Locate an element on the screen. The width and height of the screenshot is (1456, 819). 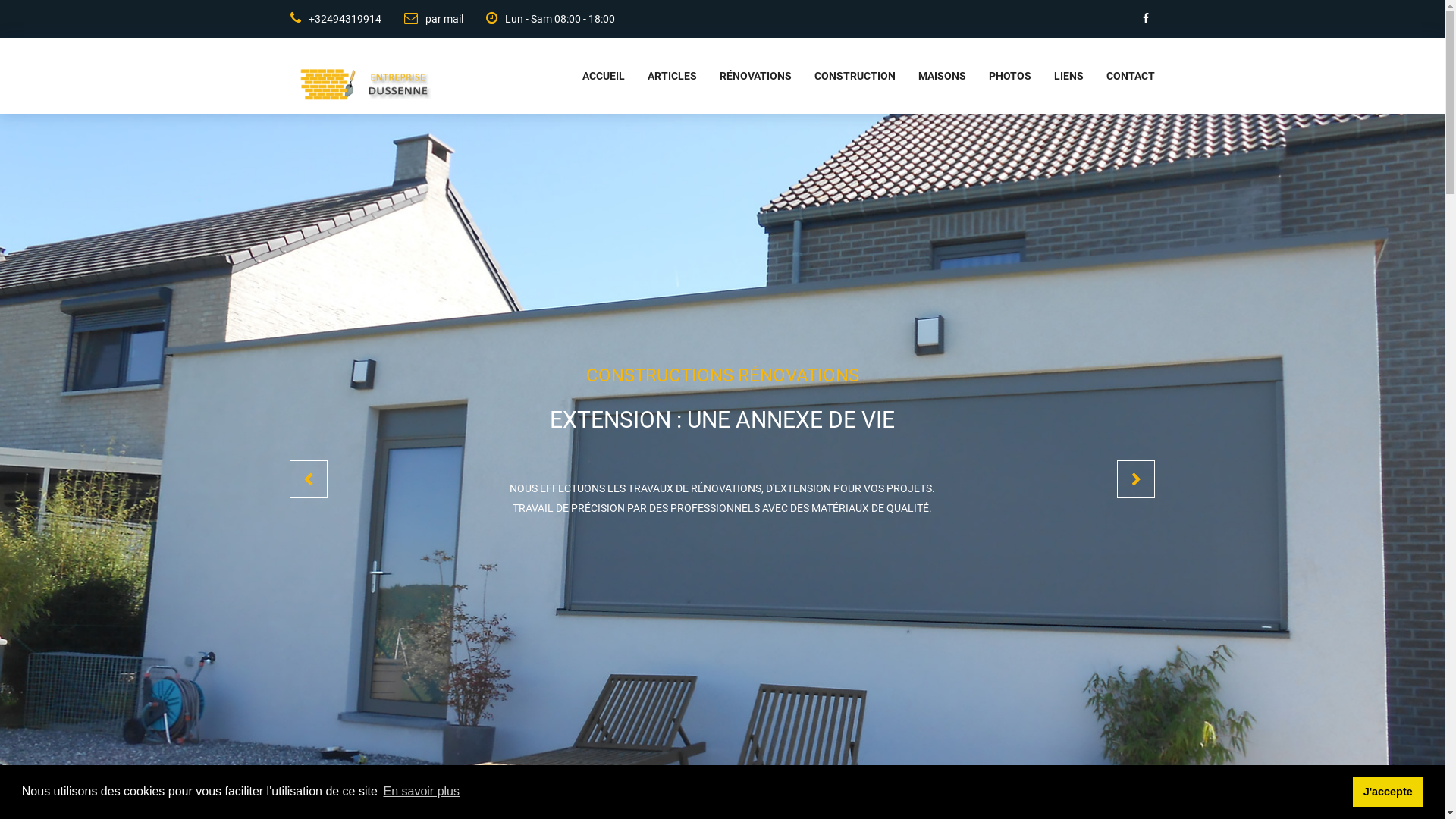
'J'accepte' is located at coordinates (1353, 791).